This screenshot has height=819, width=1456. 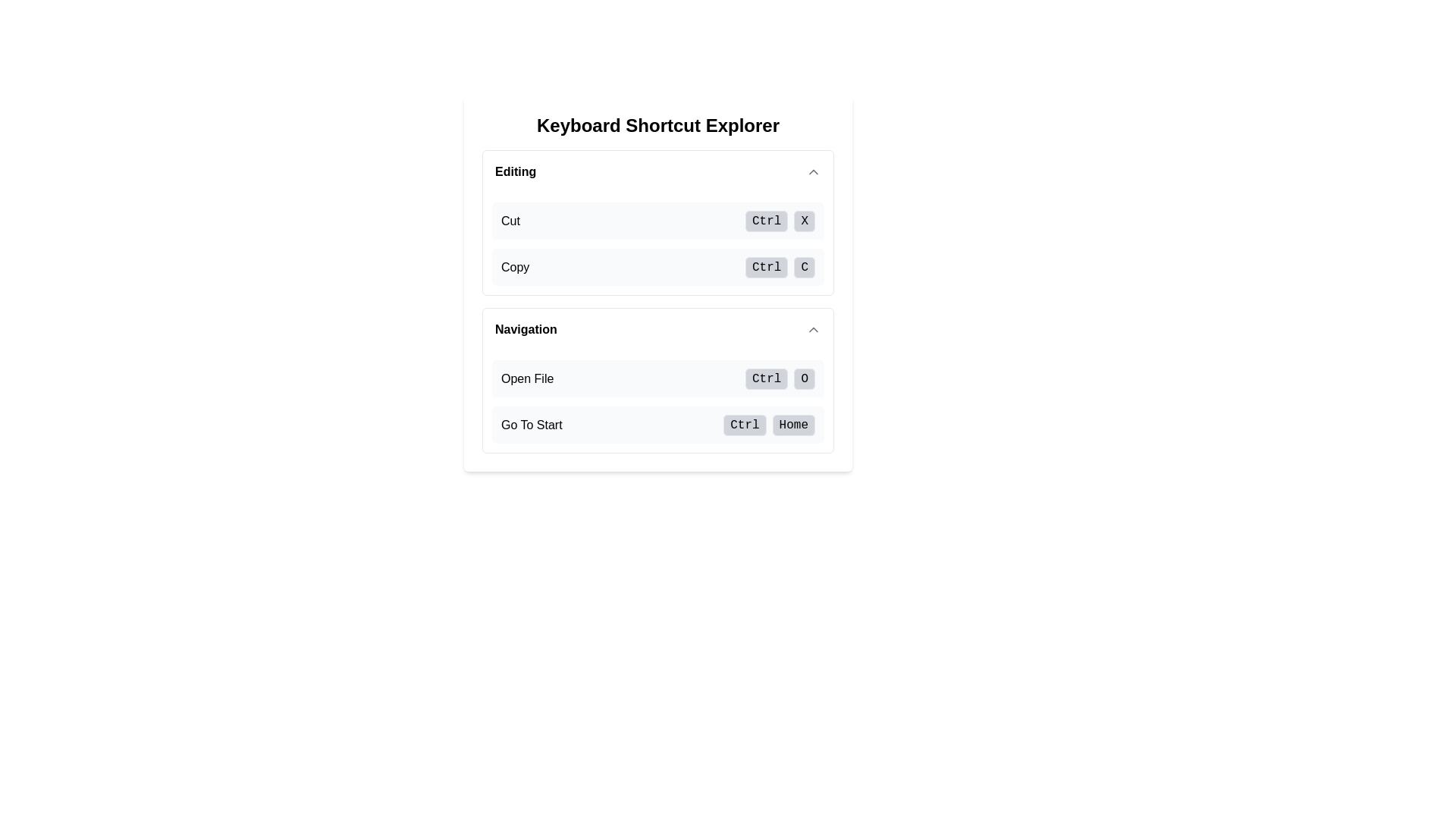 I want to click on text label that serves as a section header, visually categorizing its location within the navigation panel, so click(x=526, y=329).